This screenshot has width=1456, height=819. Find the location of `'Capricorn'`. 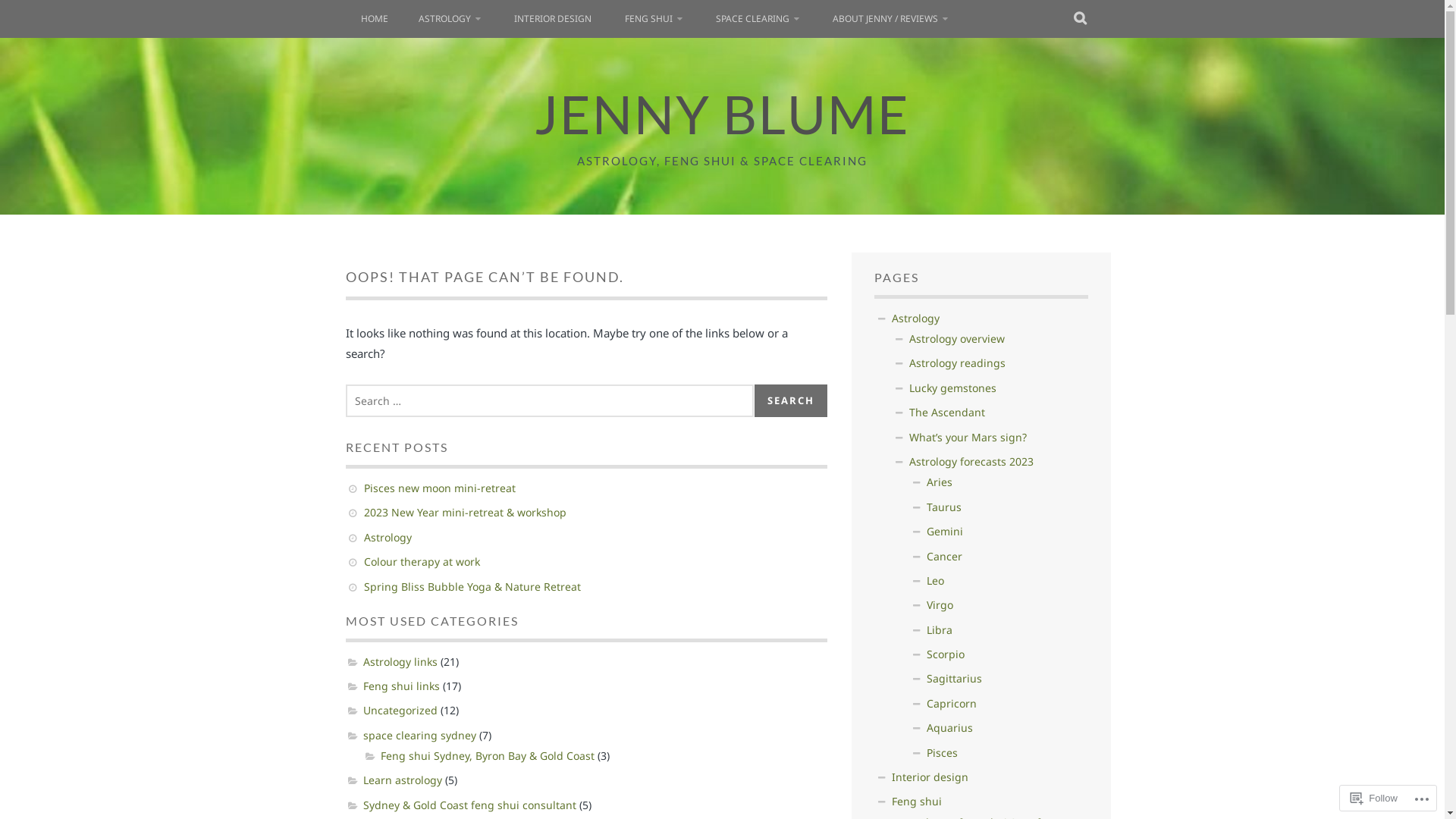

'Capricorn' is located at coordinates (950, 703).